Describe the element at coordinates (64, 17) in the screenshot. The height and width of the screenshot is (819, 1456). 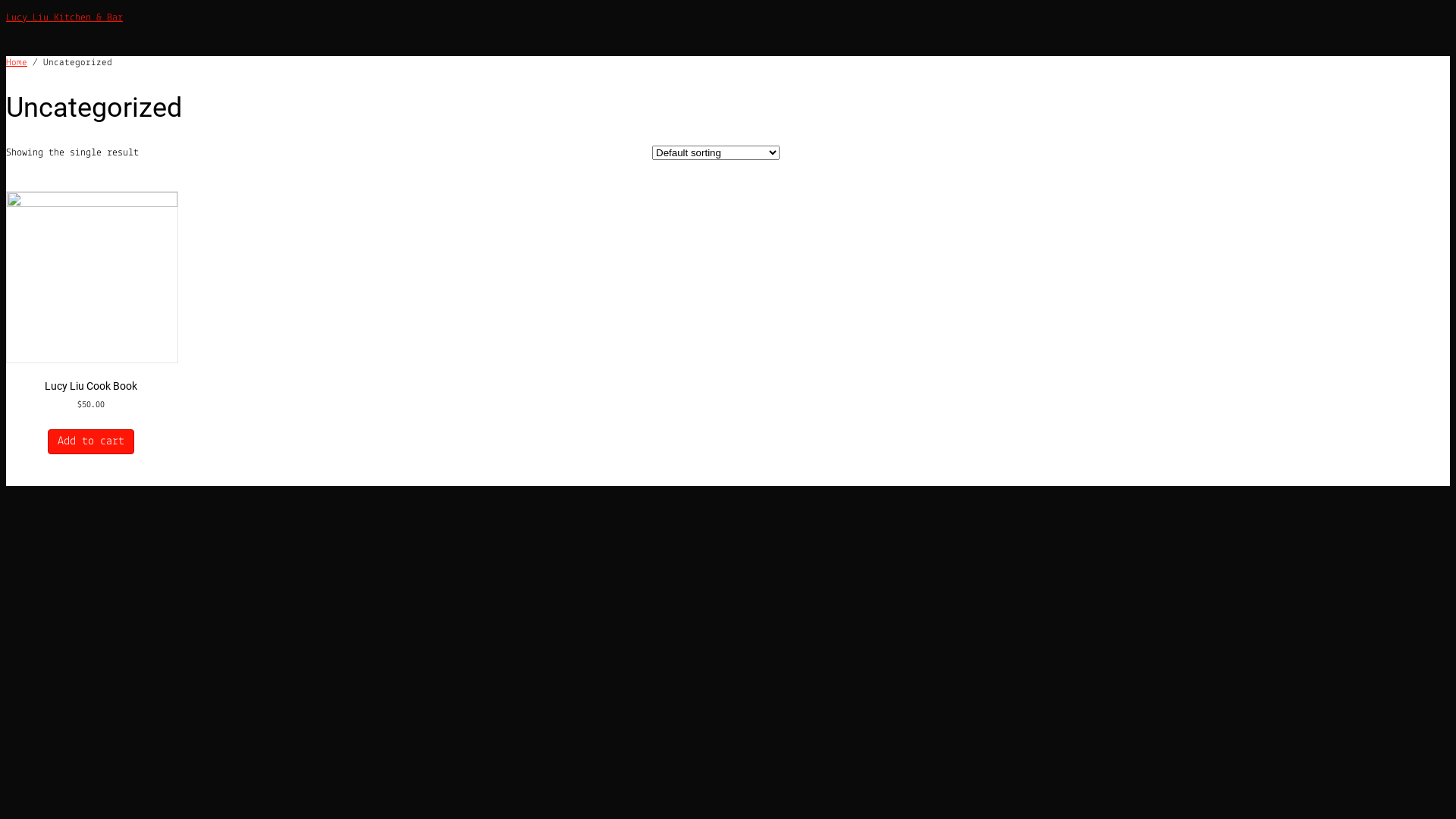
I see `'Lucy Liu Kitchen & Bar'` at that location.